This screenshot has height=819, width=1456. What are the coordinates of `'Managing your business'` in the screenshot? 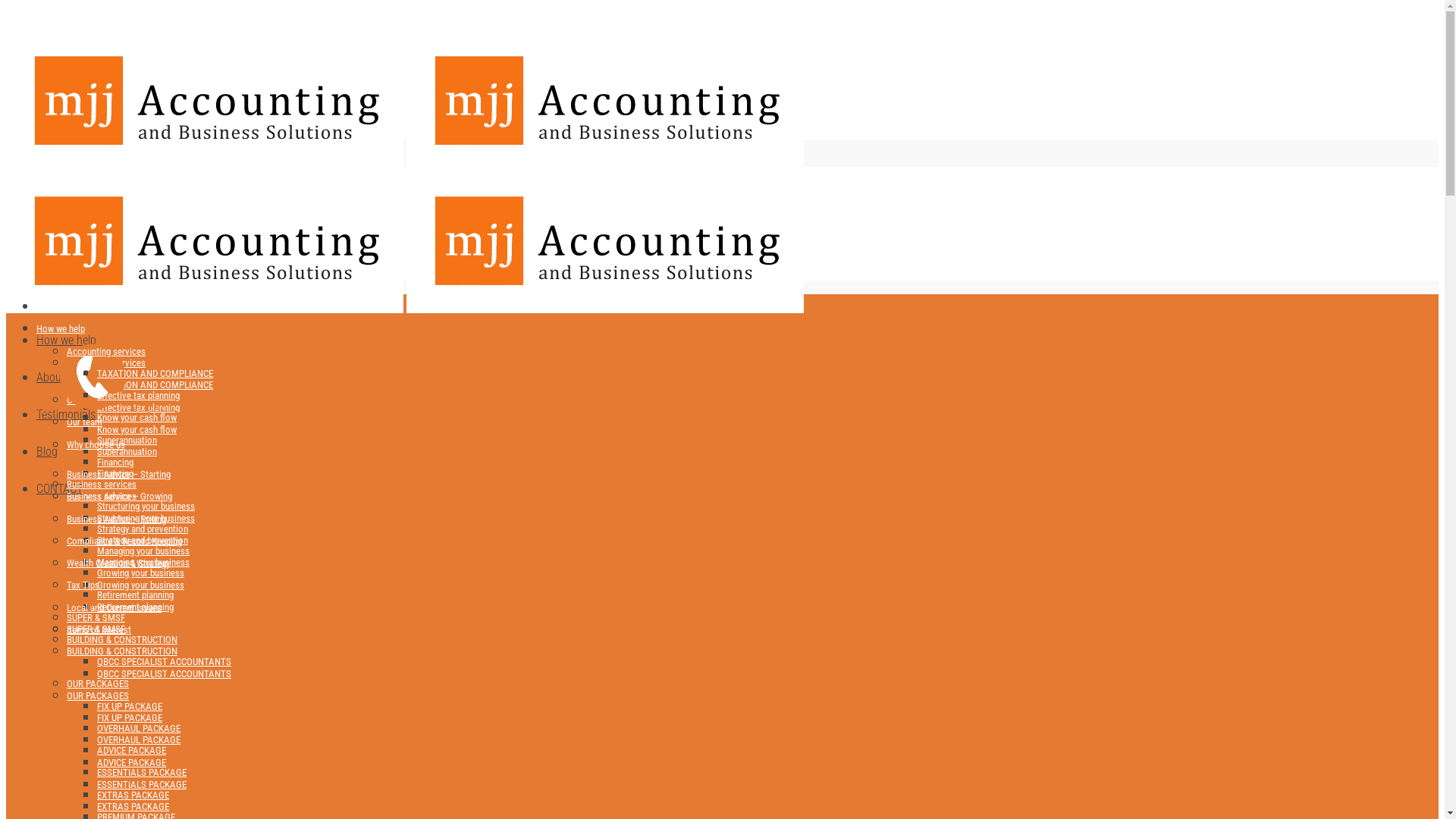 It's located at (96, 562).